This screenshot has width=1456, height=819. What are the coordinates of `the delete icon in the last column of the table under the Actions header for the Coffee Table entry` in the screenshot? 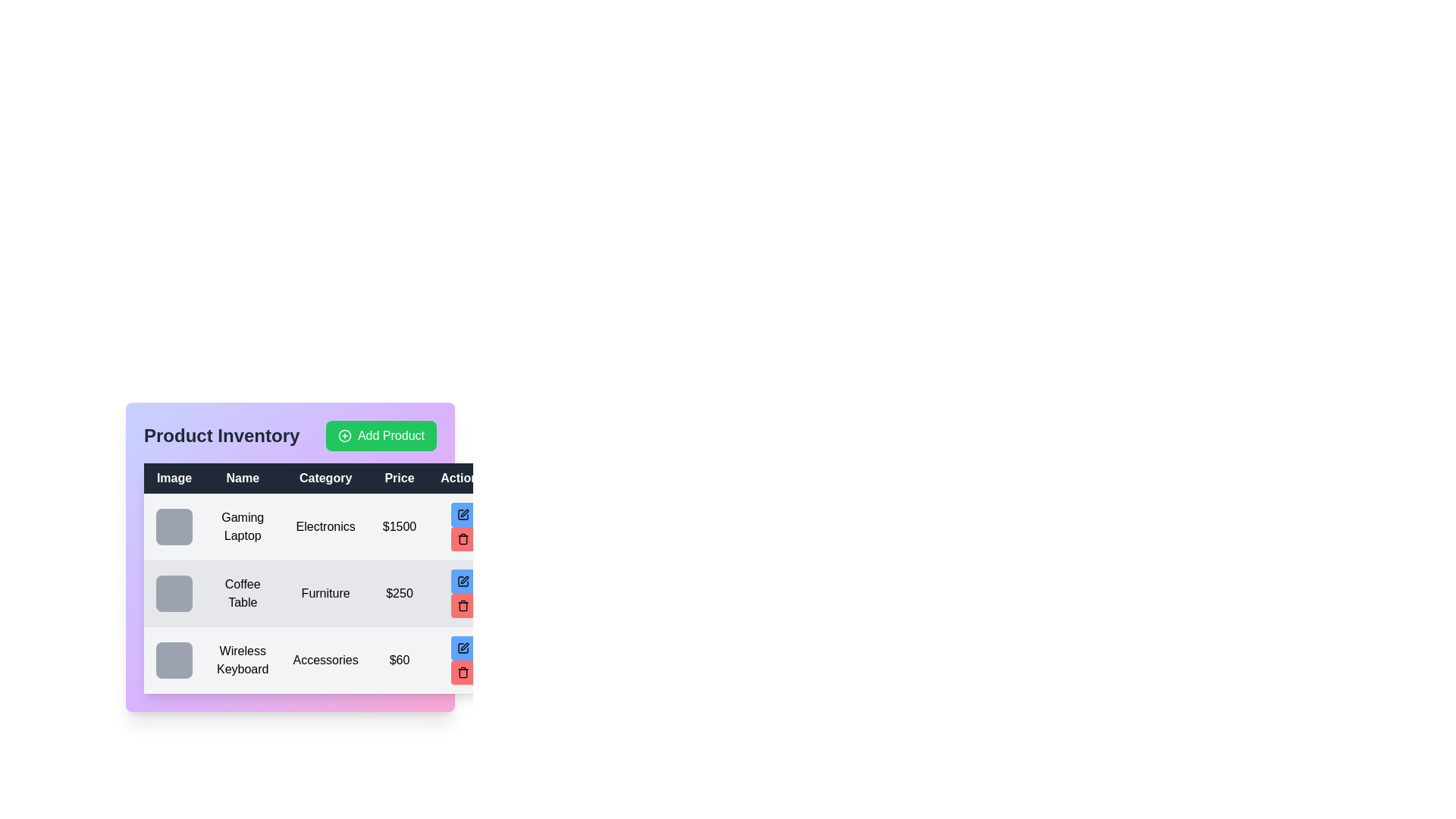 It's located at (462, 606).